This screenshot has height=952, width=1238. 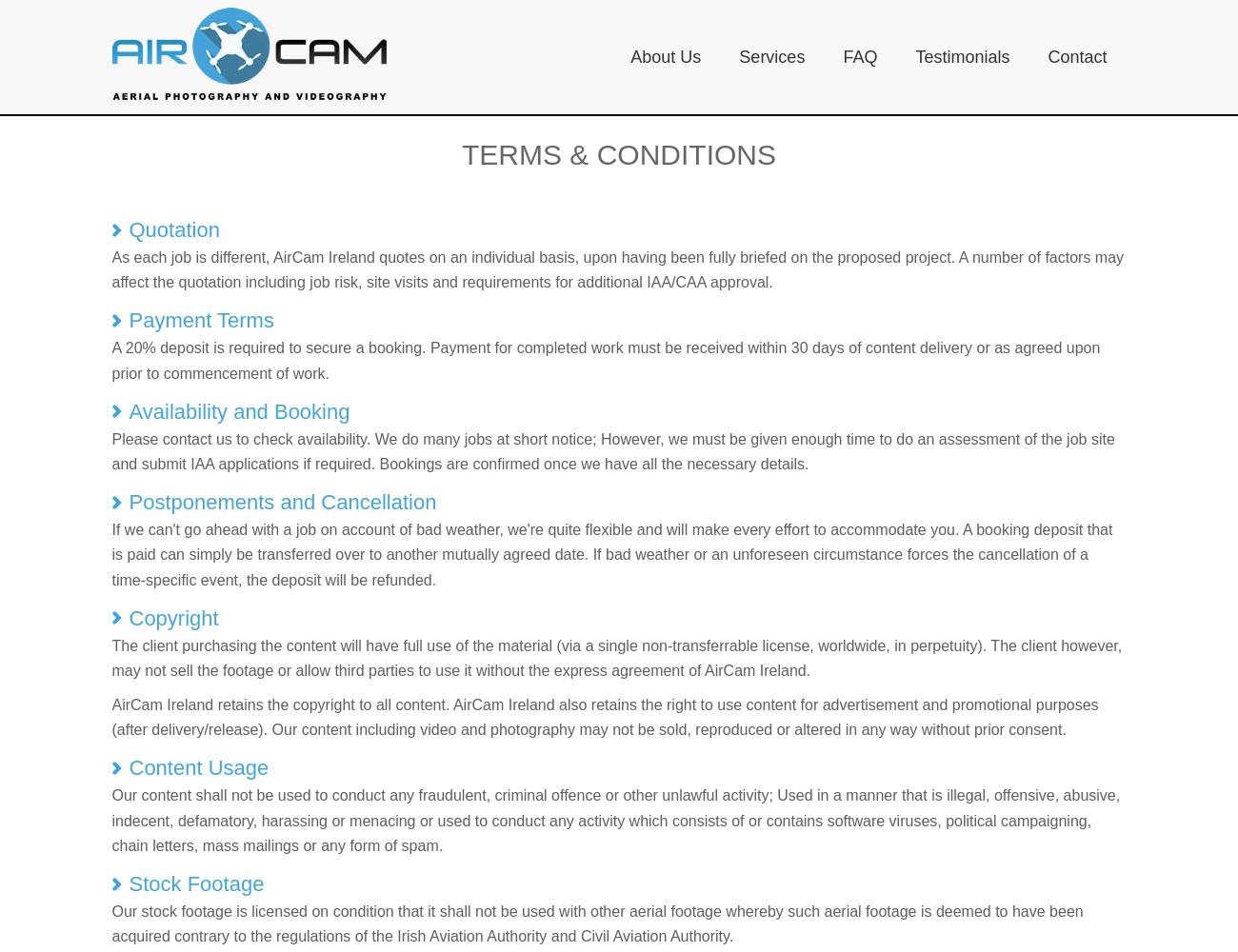 I want to click on 'Our stock footage is licensed on condition that it shall not be used with other aerial footage whereby such aerial footage is deemed to have been acquired contrary to the regulations of the Irish Aviation Authority and Civil Aviation Authority.', so click(x=596, y=922).